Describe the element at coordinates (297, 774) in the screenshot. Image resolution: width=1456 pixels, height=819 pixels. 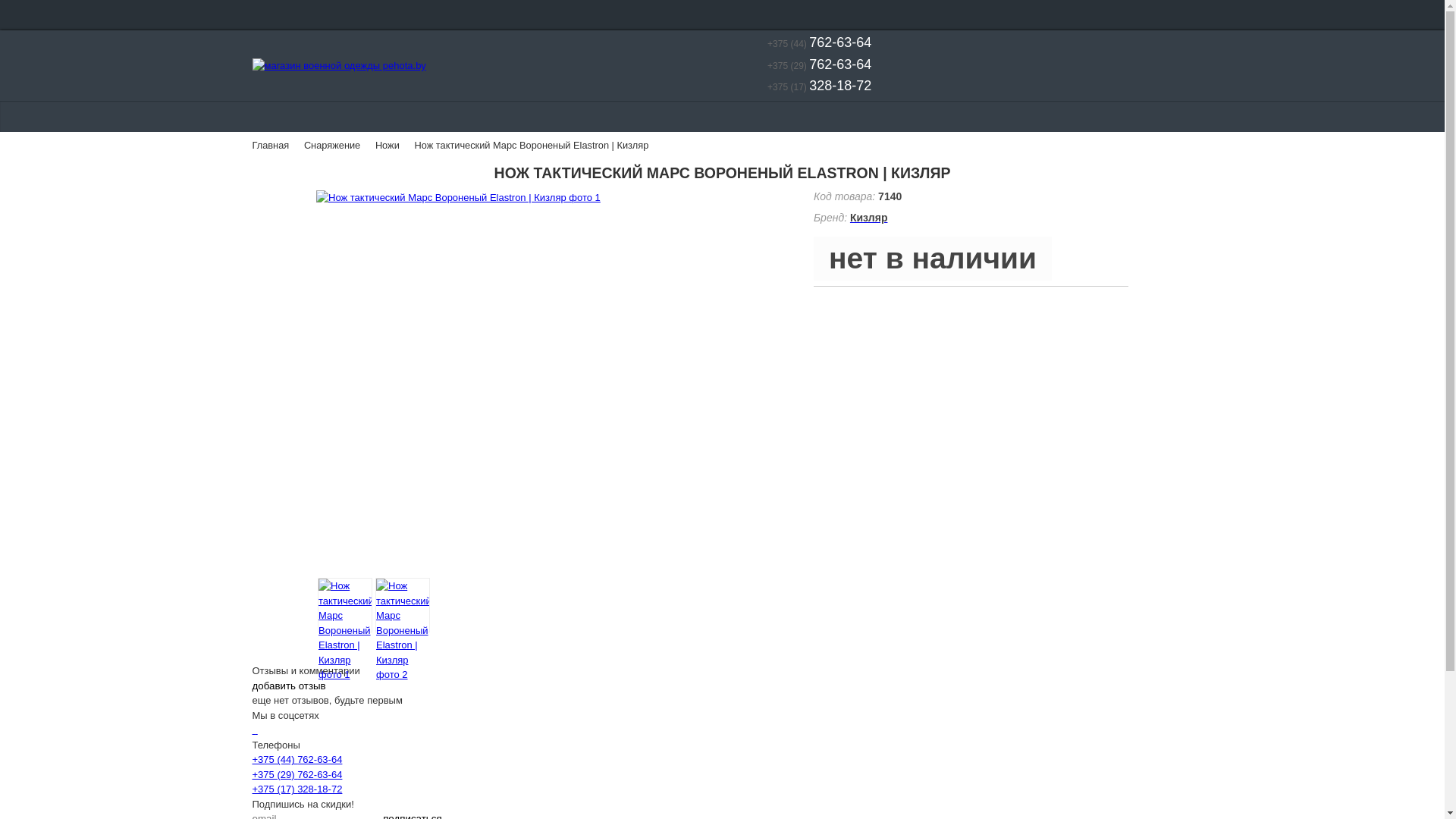
I see `'+375 (29) 762-63-64'` at that location.